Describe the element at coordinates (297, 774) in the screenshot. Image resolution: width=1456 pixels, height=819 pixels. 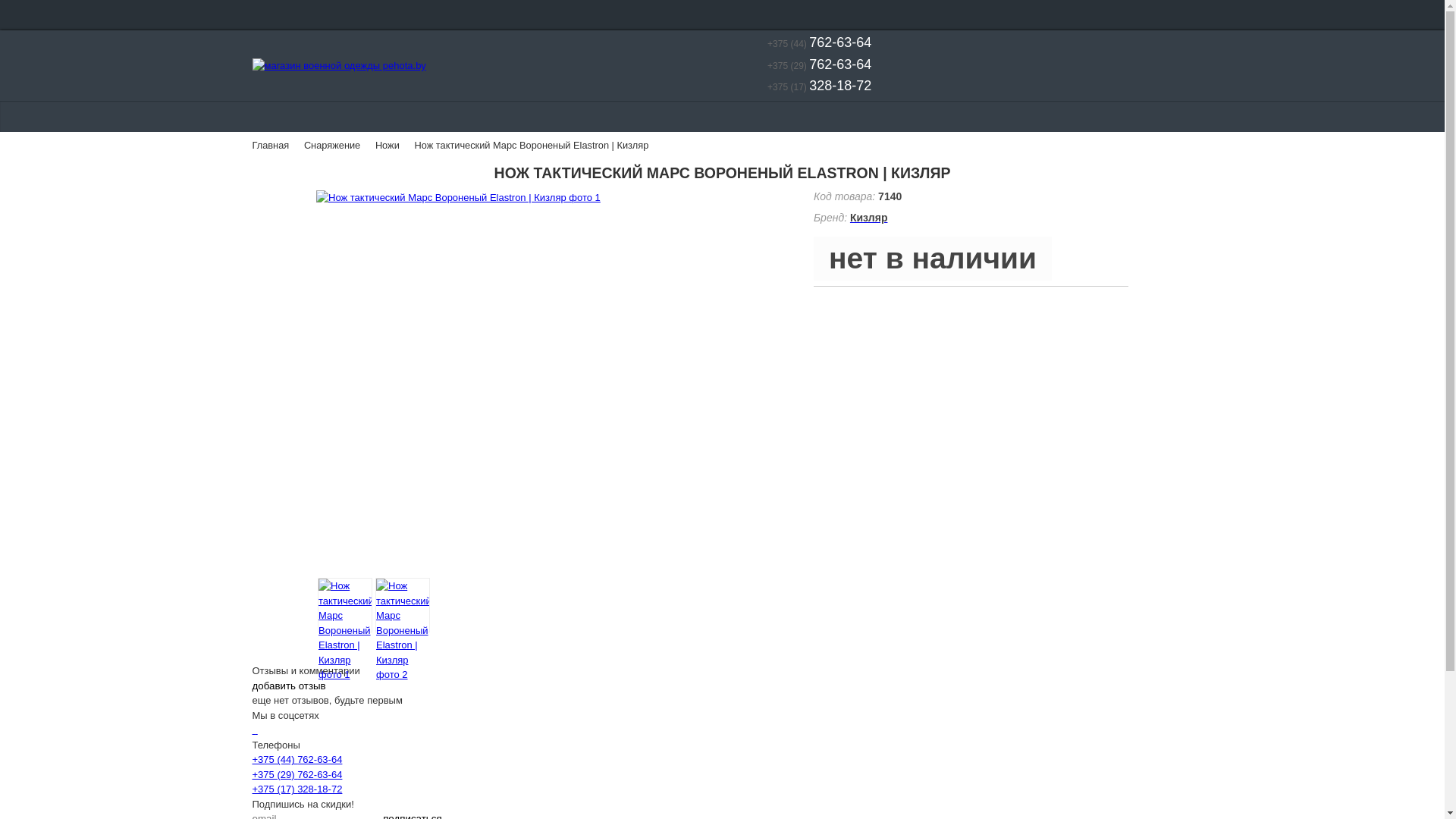
I see `'+375 (29) 762-63-64'` at that location.